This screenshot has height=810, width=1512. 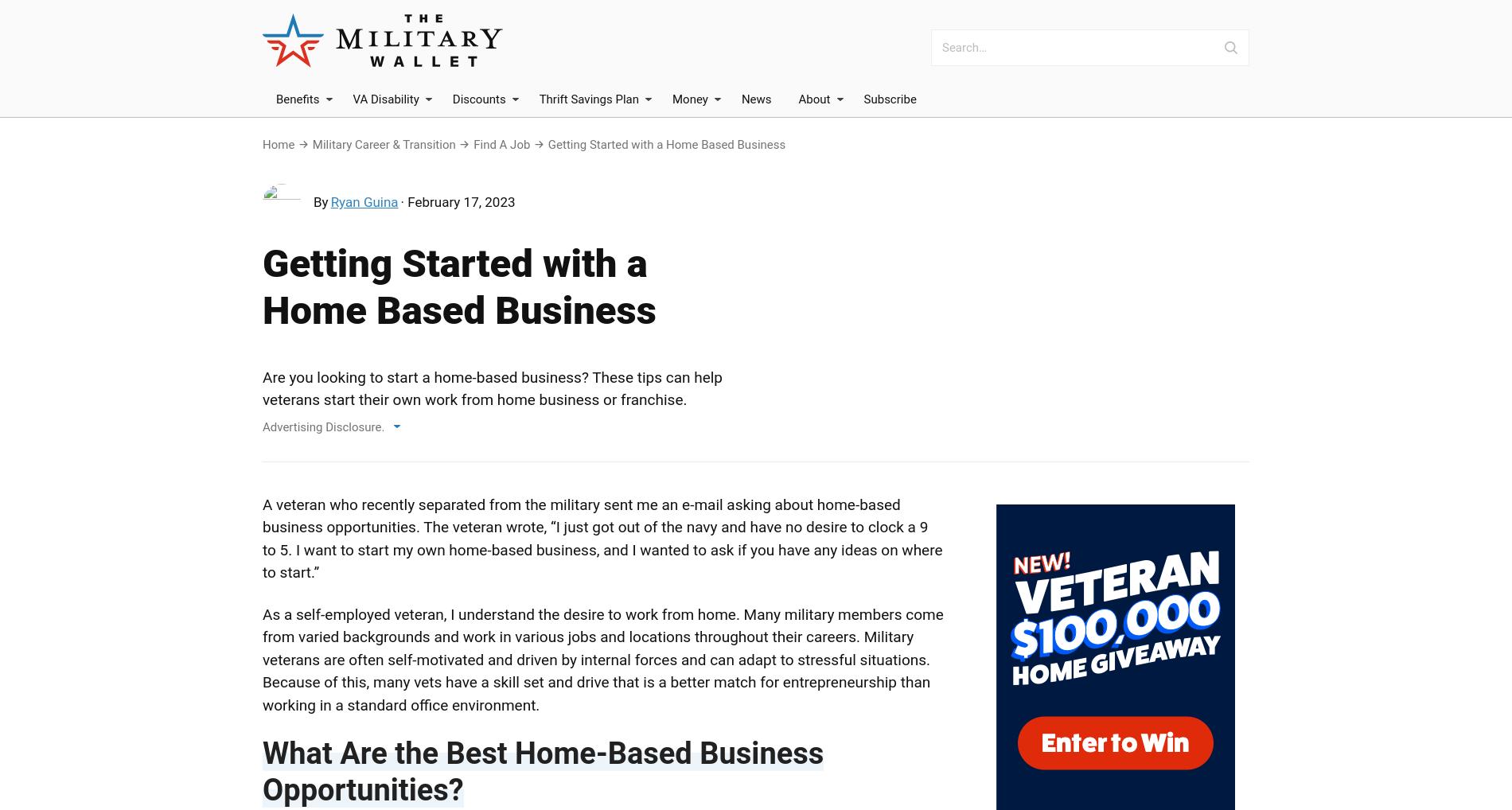 What do you see at coordinates (262, 145) in the screenshot?
I see `'Home'` at bounding box center [262, 145].